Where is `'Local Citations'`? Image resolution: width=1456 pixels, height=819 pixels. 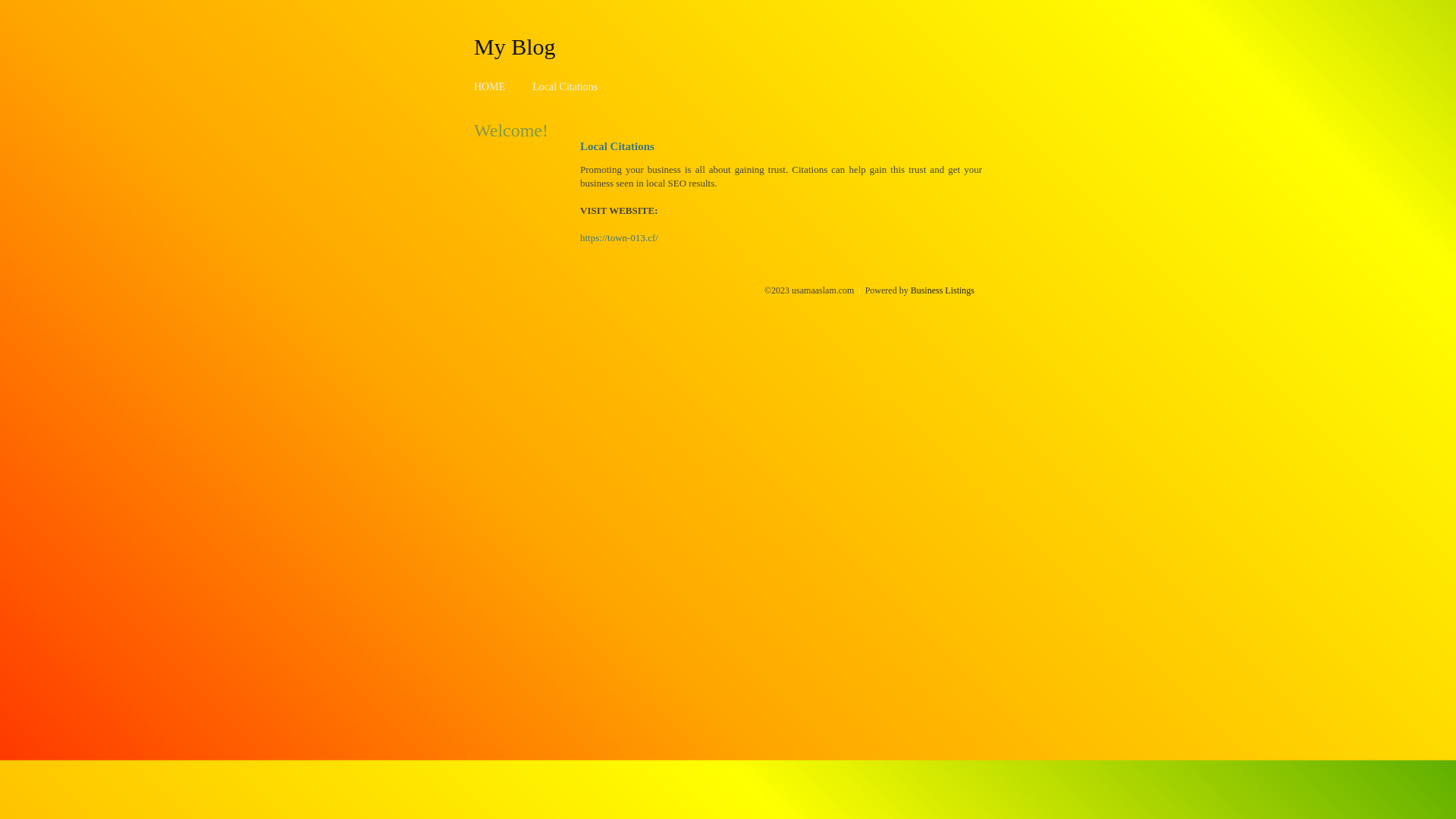
'Local Citations' is located at coordinates (563, 86).